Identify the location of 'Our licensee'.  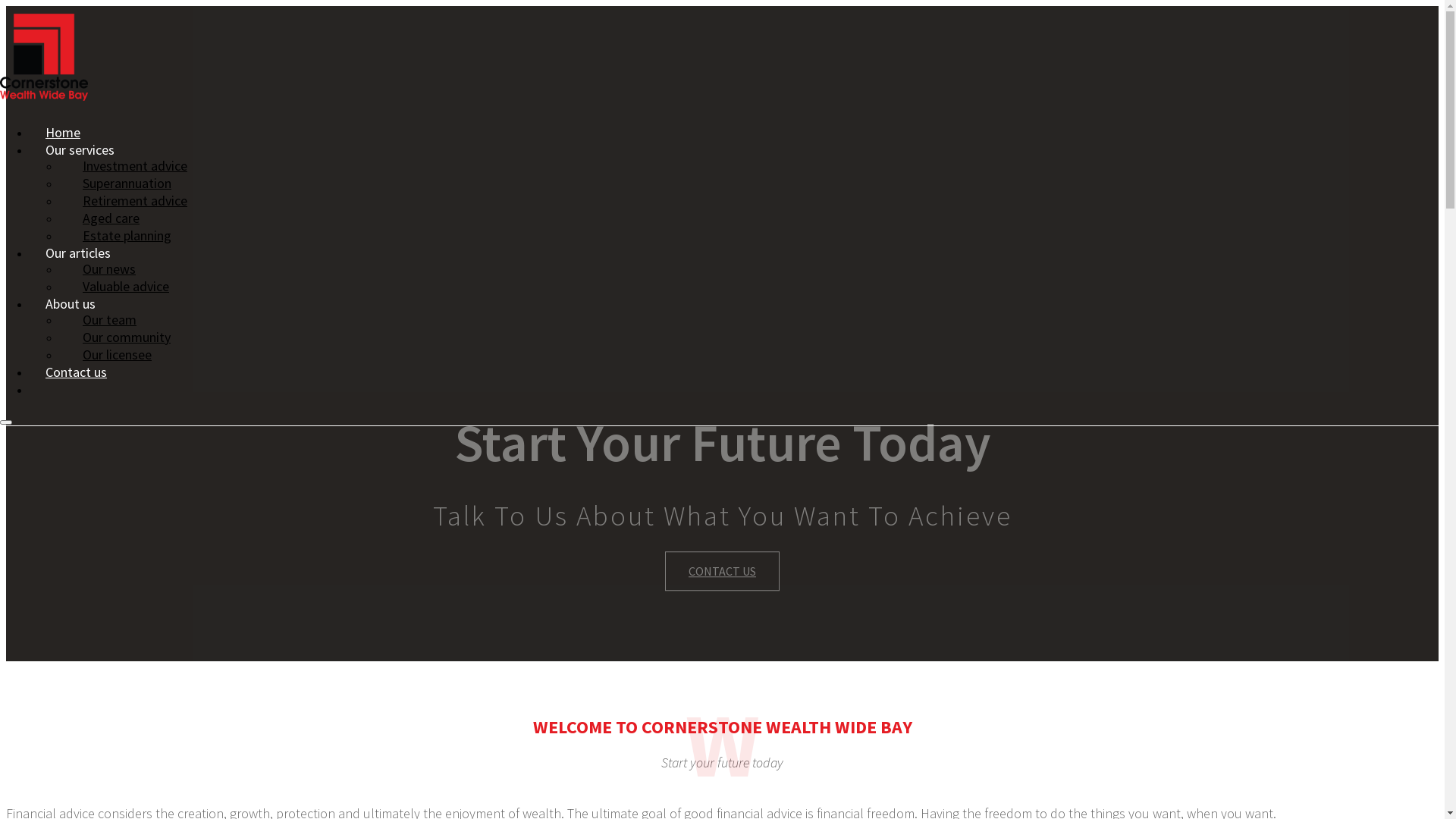
(59, 354).